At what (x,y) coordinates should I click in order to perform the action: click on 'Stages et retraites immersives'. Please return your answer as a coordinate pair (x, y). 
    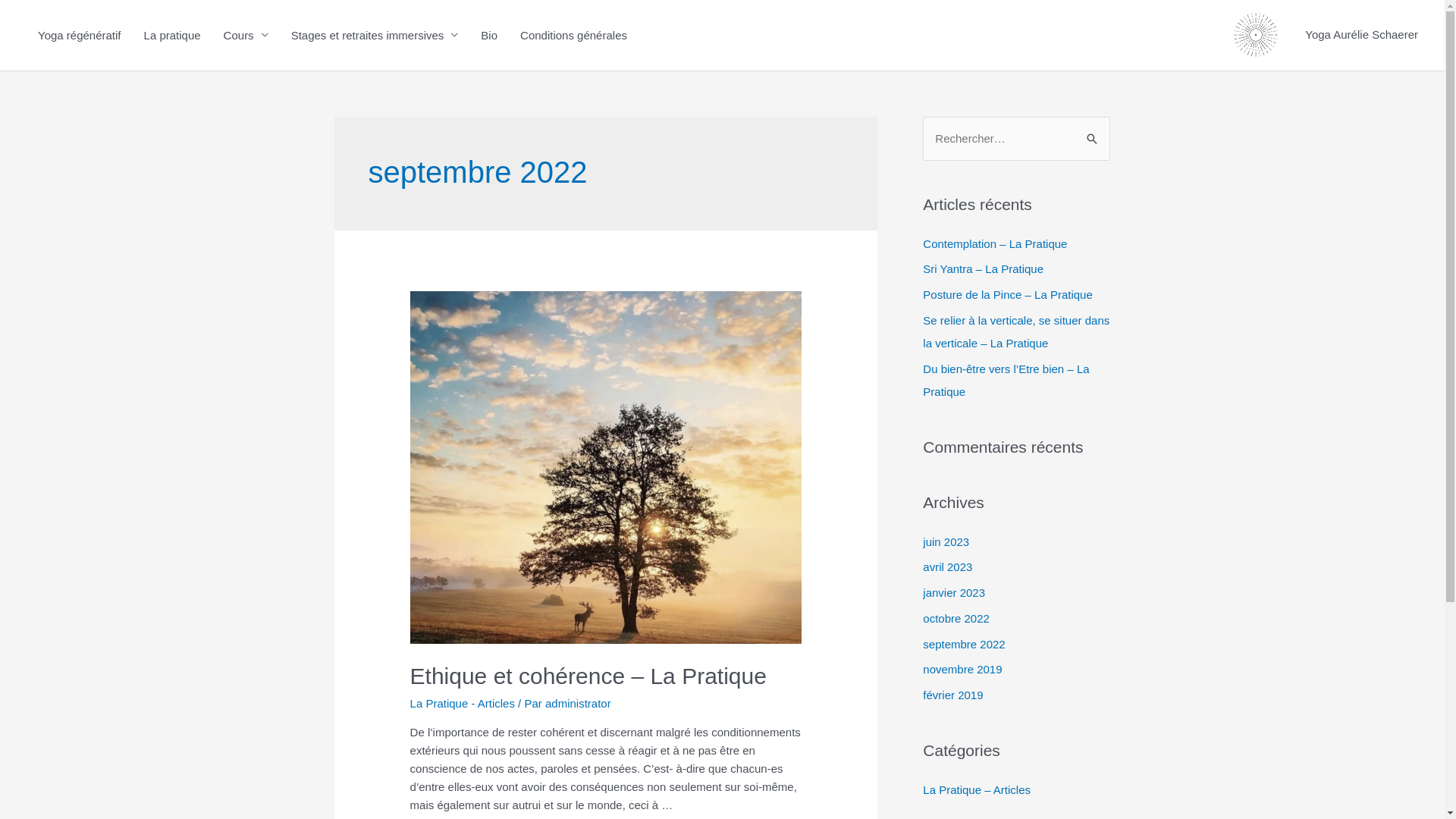
    Looking at the image, I should click on (280, 34).